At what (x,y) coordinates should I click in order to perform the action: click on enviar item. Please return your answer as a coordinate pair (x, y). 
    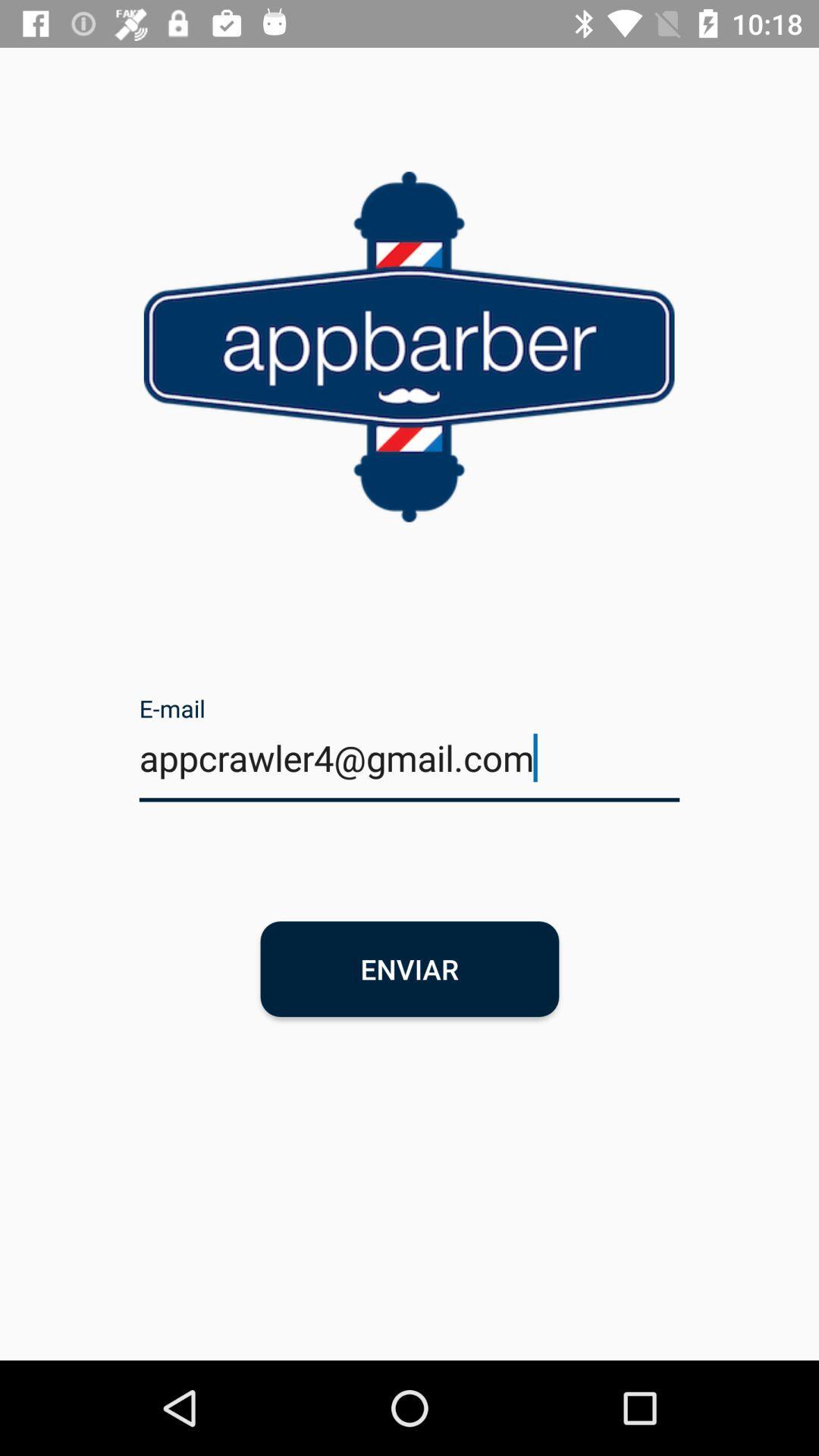
    Looking at the image, I should click on (409, 968).